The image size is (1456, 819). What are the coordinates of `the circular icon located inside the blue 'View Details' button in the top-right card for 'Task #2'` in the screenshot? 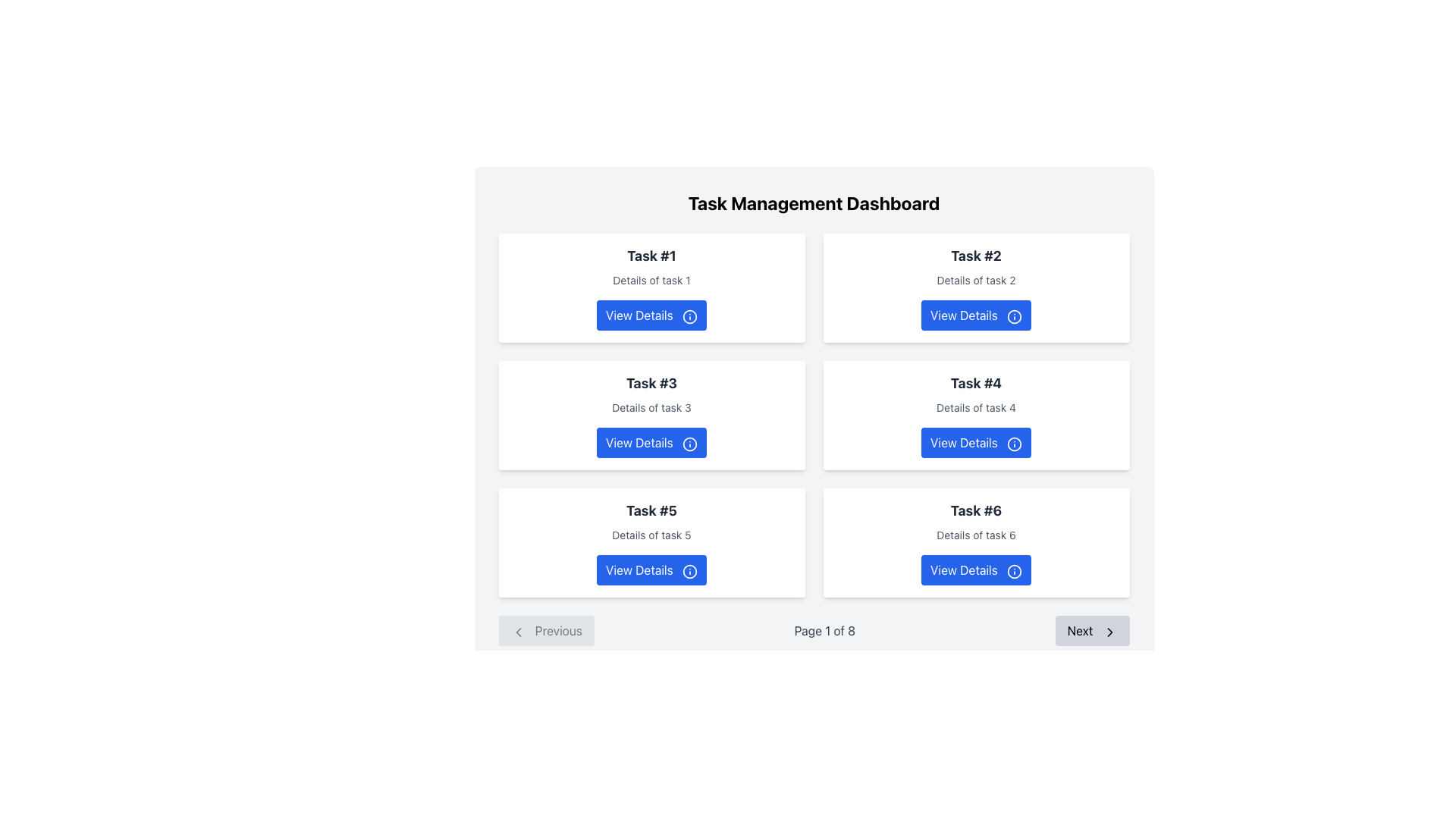 It's located at (1015, 315).